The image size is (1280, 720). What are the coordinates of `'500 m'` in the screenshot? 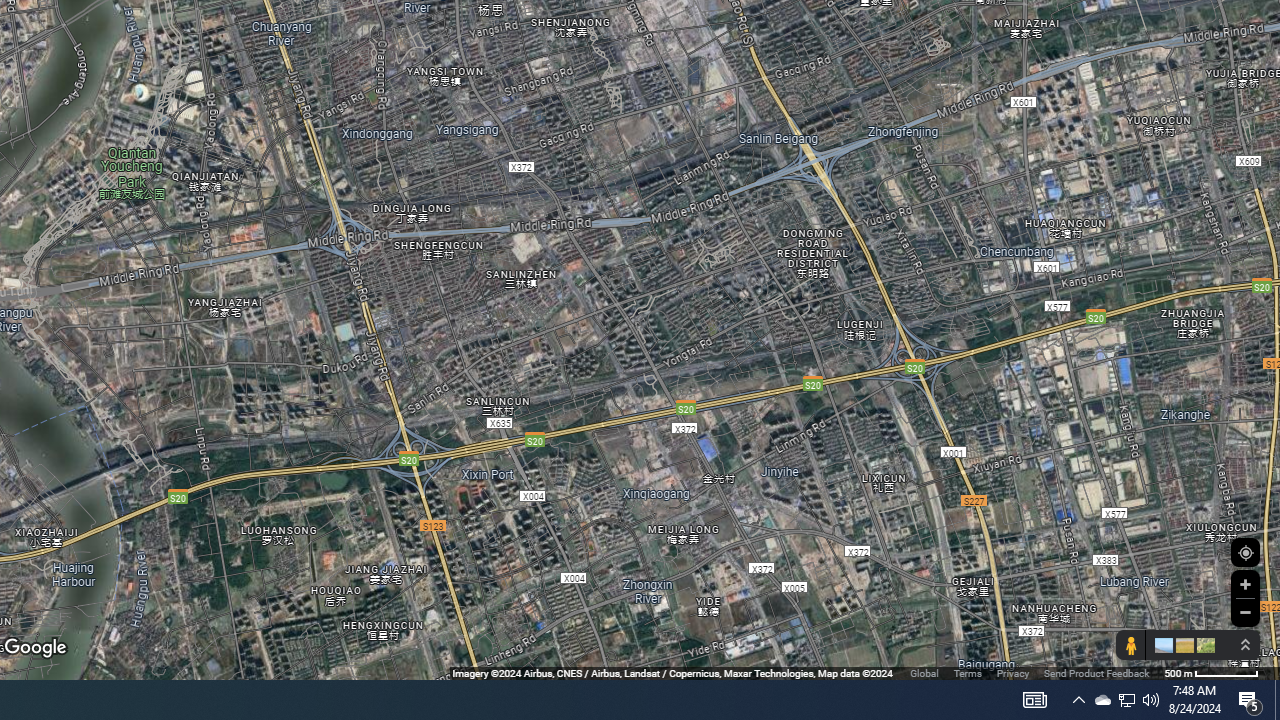 It's located at (1210, 673).